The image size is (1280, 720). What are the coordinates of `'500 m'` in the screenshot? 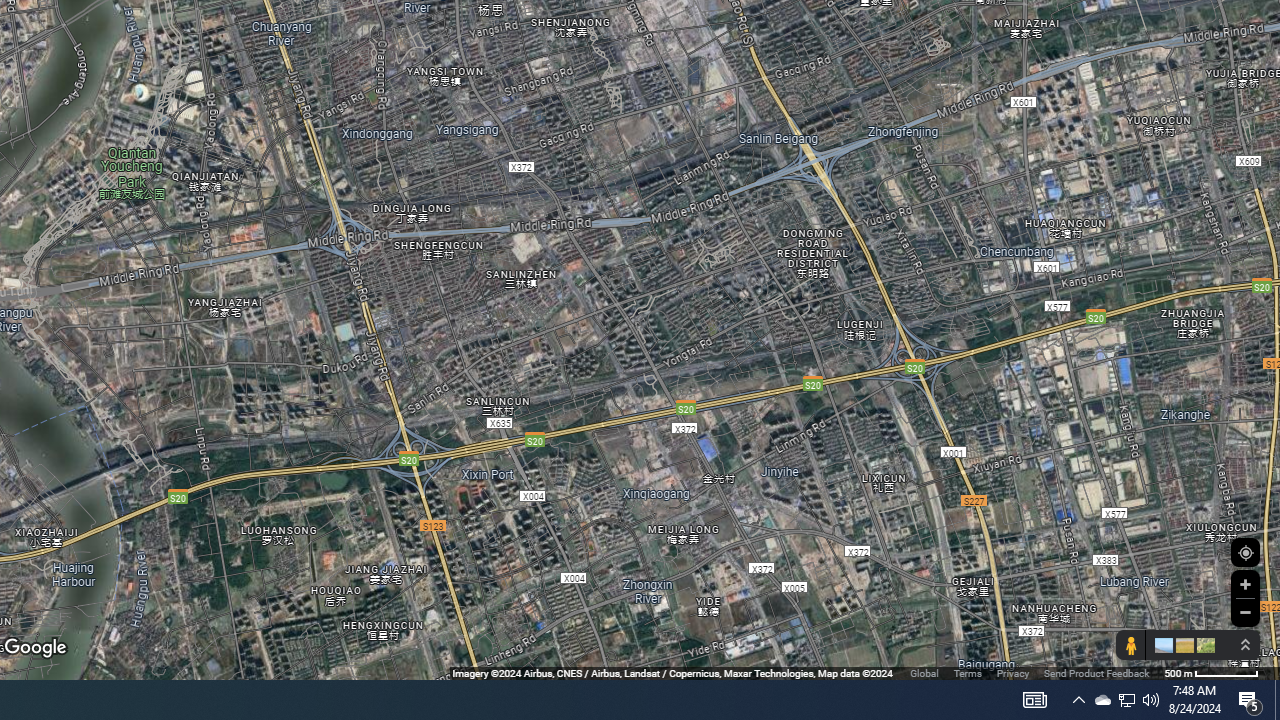 It's located at (1210, 673).